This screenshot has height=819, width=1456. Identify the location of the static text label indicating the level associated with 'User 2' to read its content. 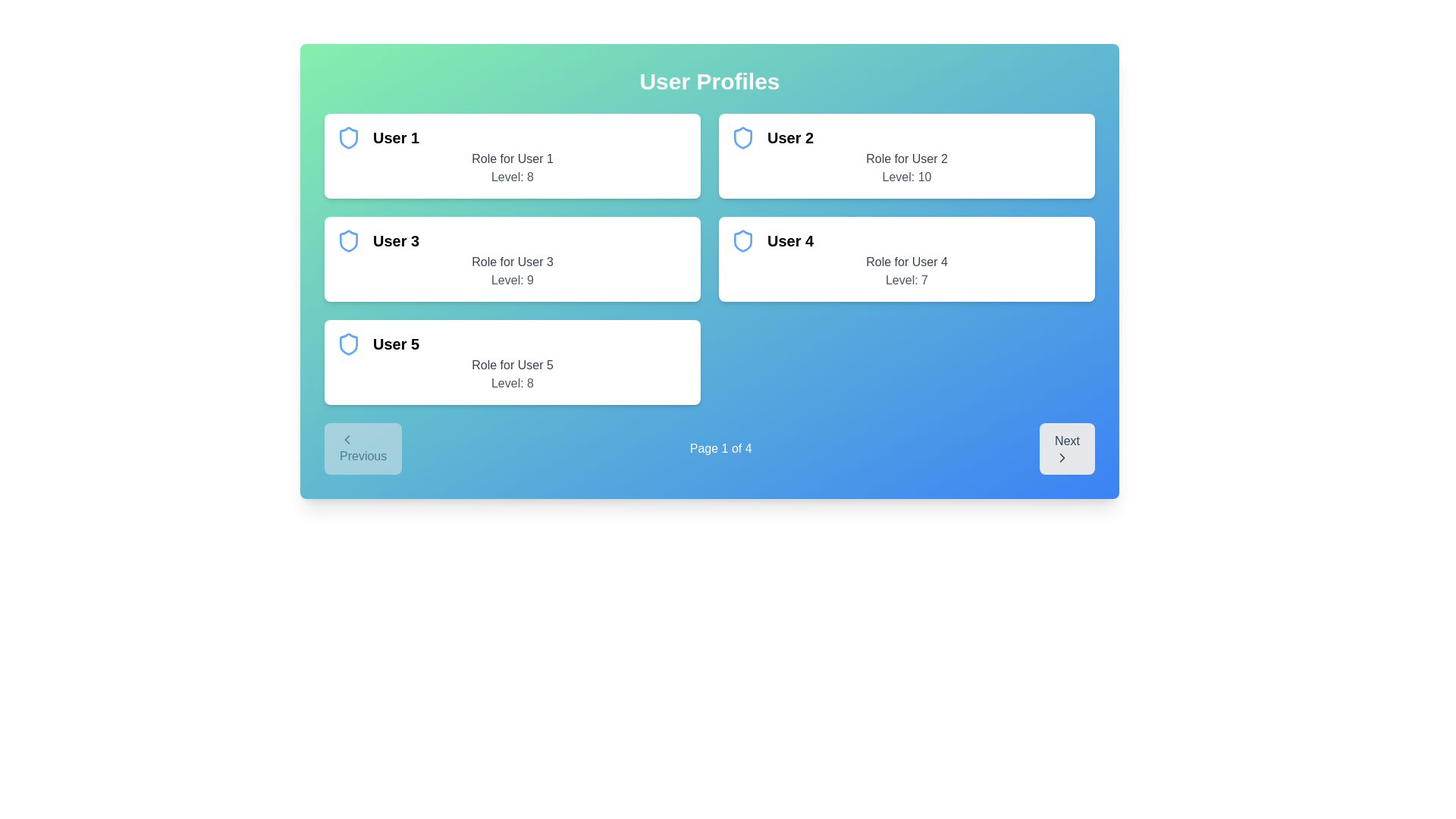
(906, 177).